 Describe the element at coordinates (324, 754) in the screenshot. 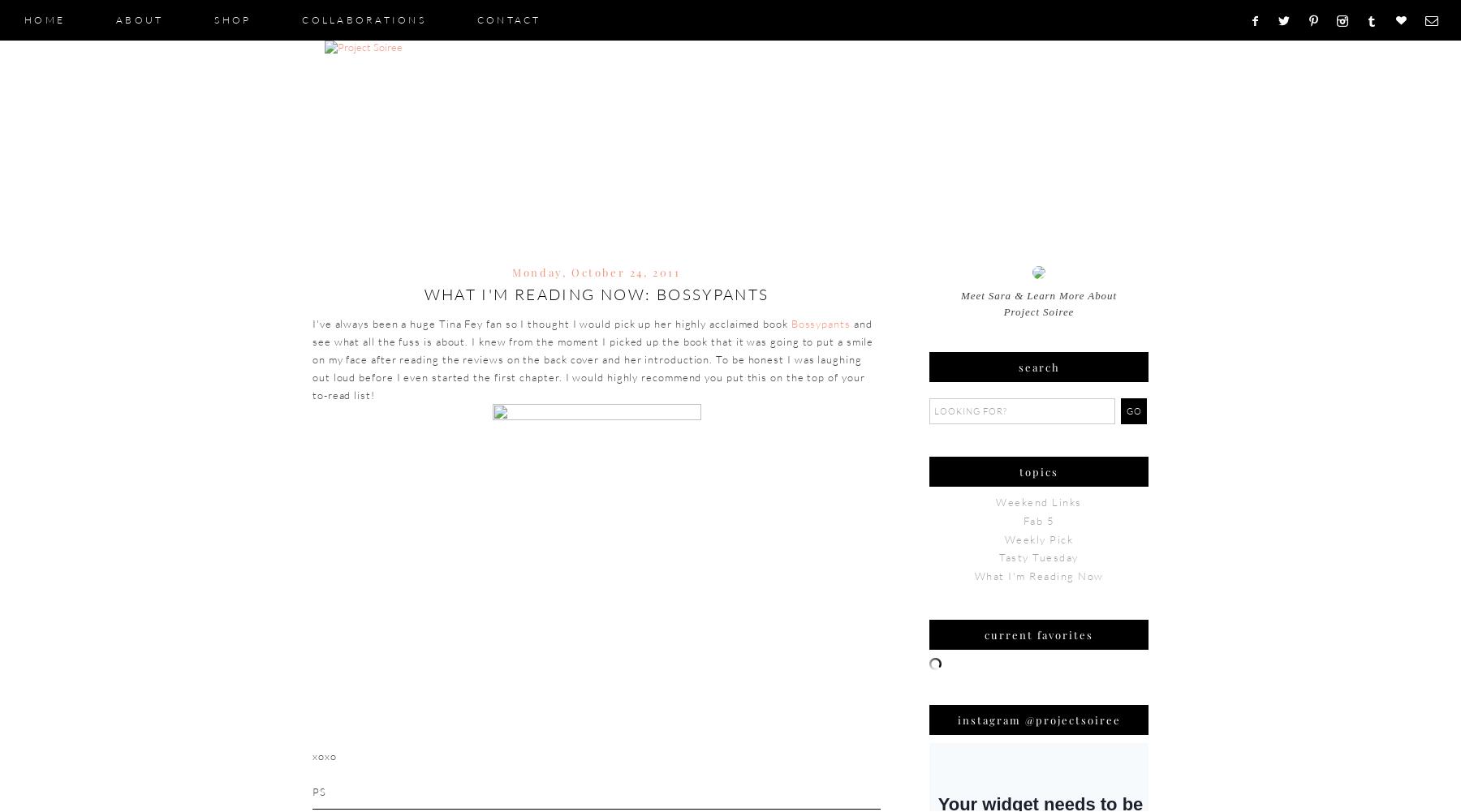

I see `'xoxo'` at that location.